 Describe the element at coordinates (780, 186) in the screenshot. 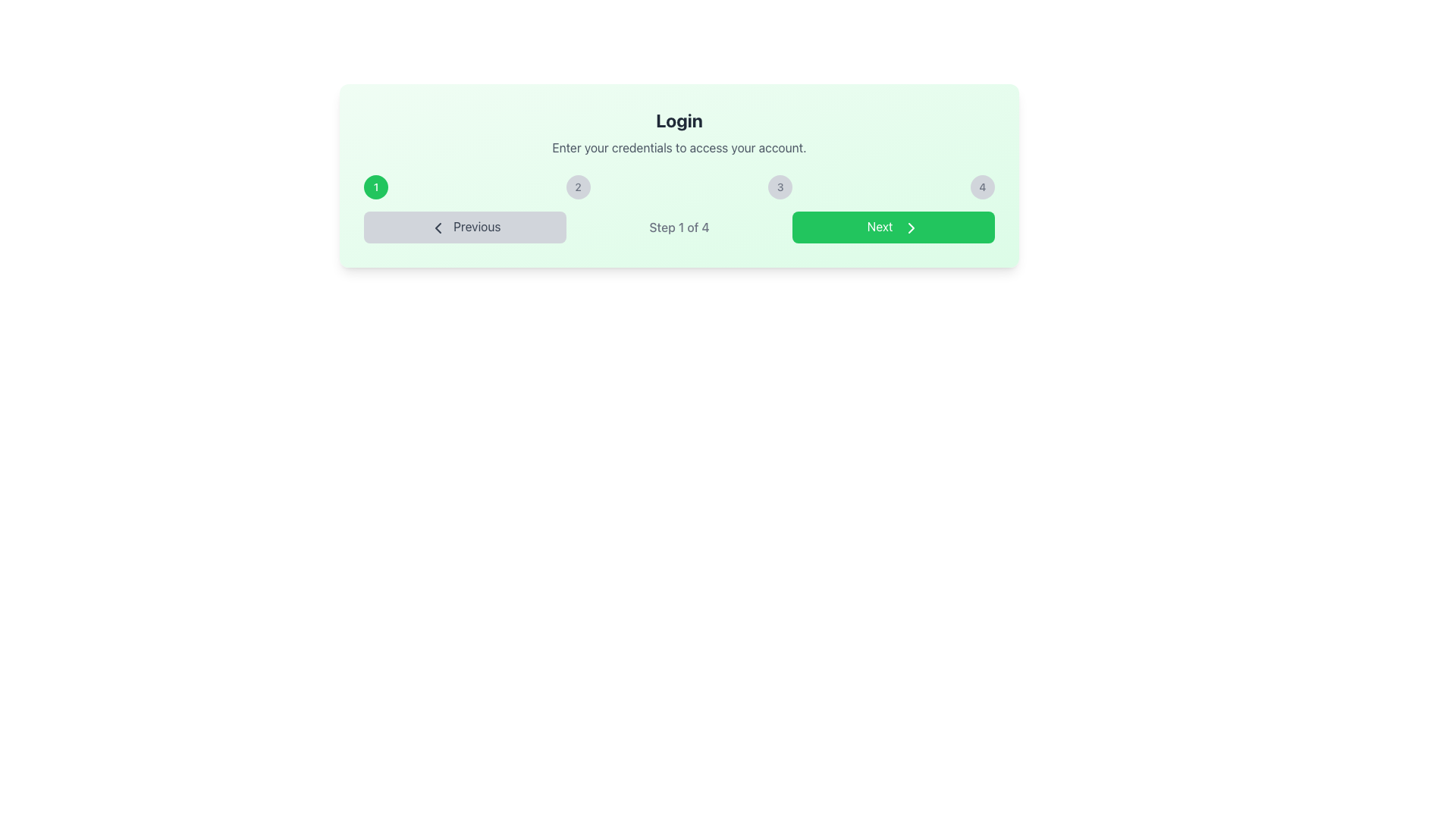

I see `the circular step indicator button labeled '3', which is part of a step indicator with a gray background and gray text, positioned as the third step in a sequence of four steps` at that location.